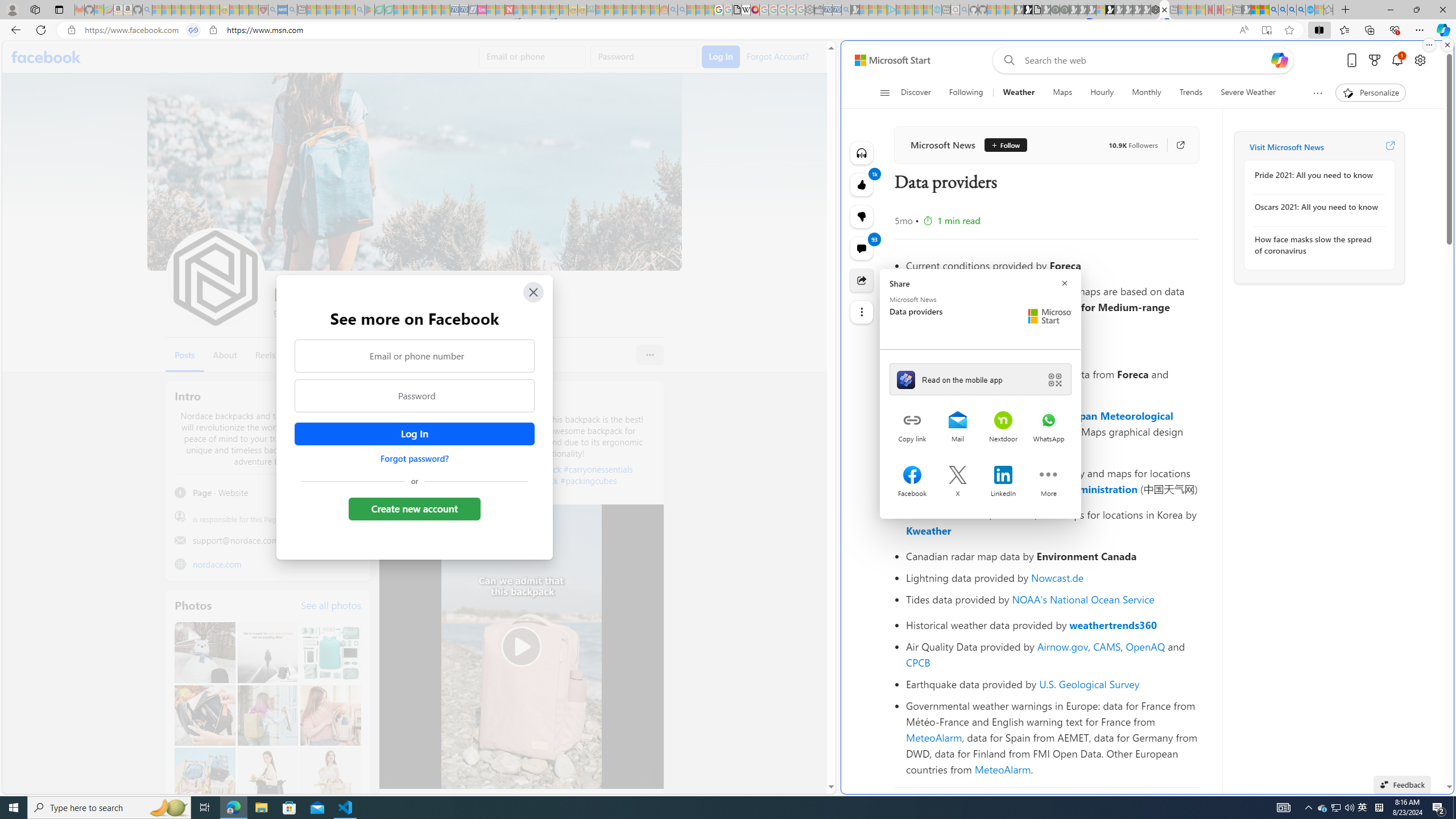 This screenshot has width=1456, height=819. I want to click on 'Listen to this article', so click(862, 152).